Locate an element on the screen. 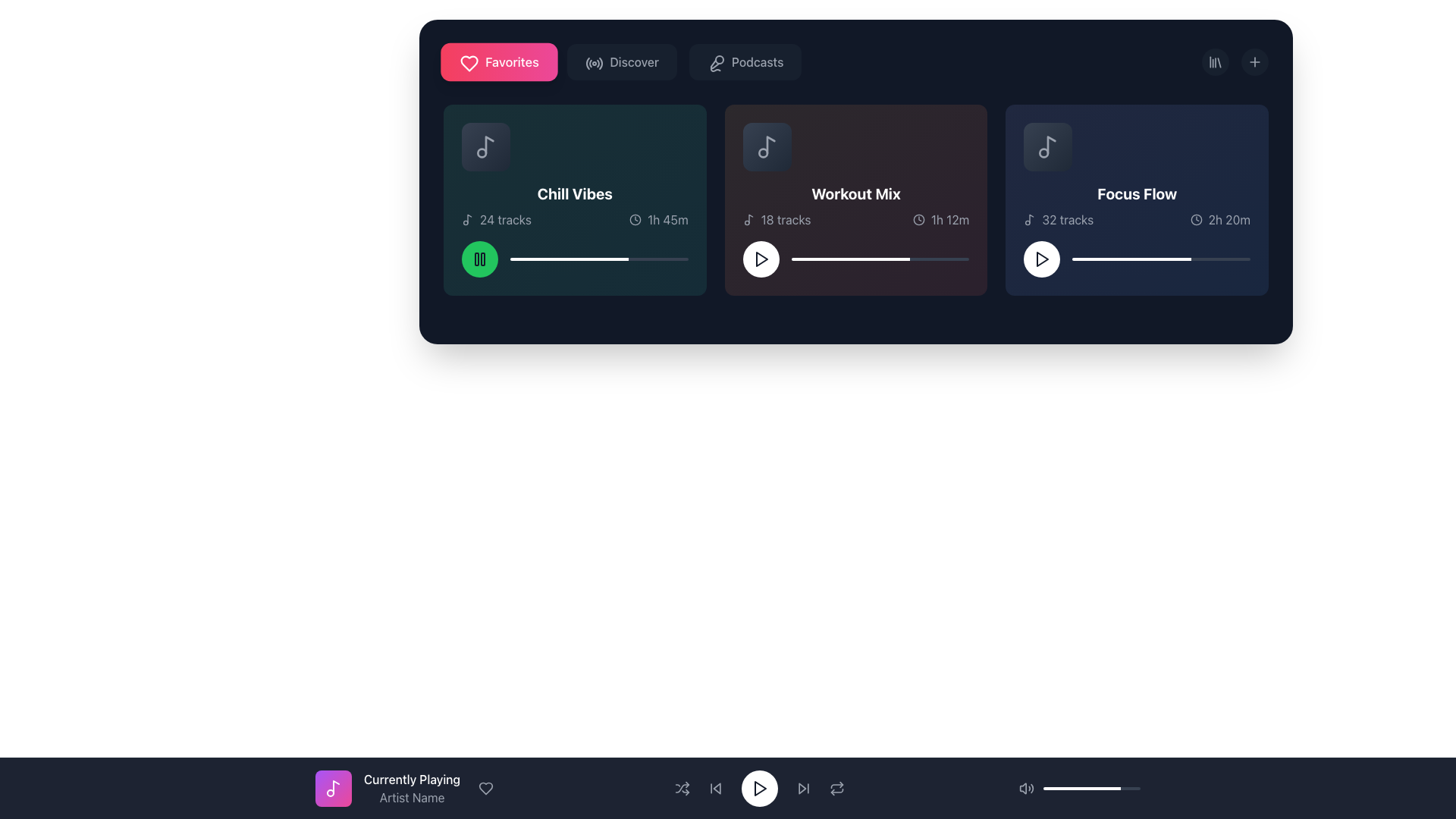 This screenshot has height=819, width=1456. the heart icon representing the 'Favorites' category, located at the top left section of the interface is located at coordinates (469, 63).